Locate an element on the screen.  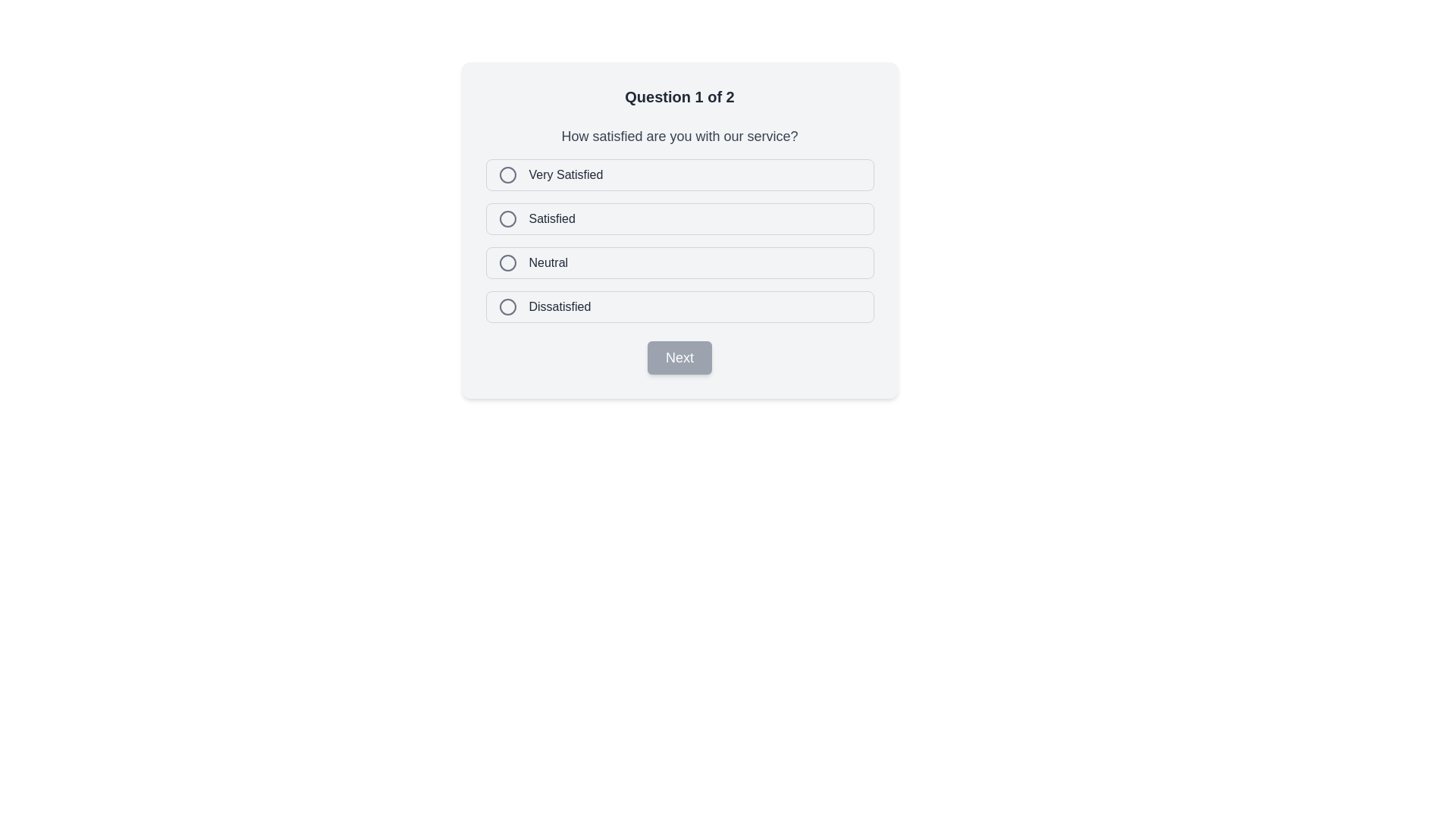
the text label indicating the lowest satisfaction level option ('Dissatisfied') for the survey question, located to the right of the circular radio button in the last row of the satisfaction levels list is located at coordinates (559, 307).